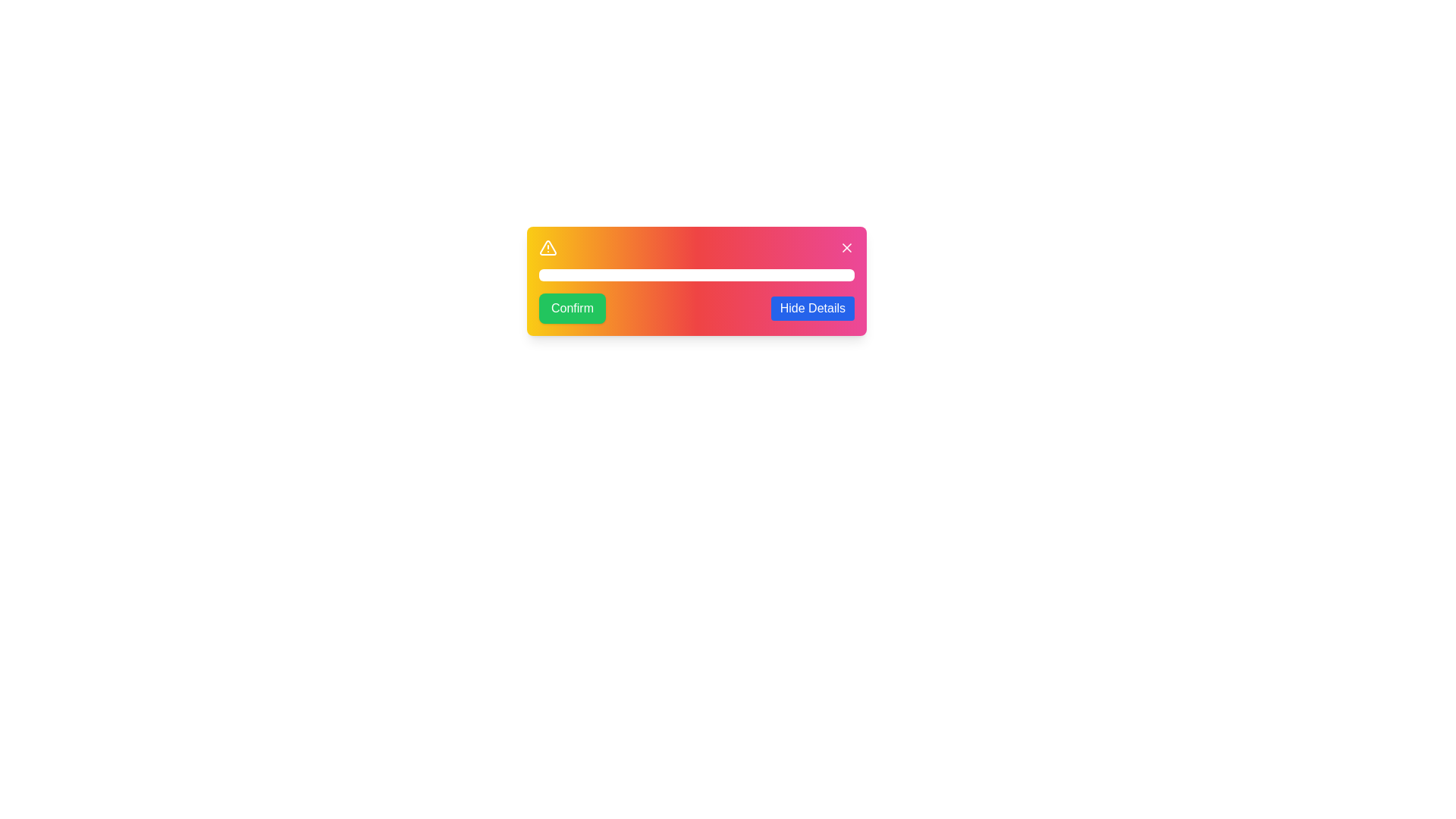 The height and width of the screenshot is (819, 1456). Describe the element at coordinates (695, 275) in the screenshot. I see `the horizontal rectangular bar with a rounded design that has a white background and black text, positioned above the 'Confirm' and 'Hide Details' buttons` at that location.